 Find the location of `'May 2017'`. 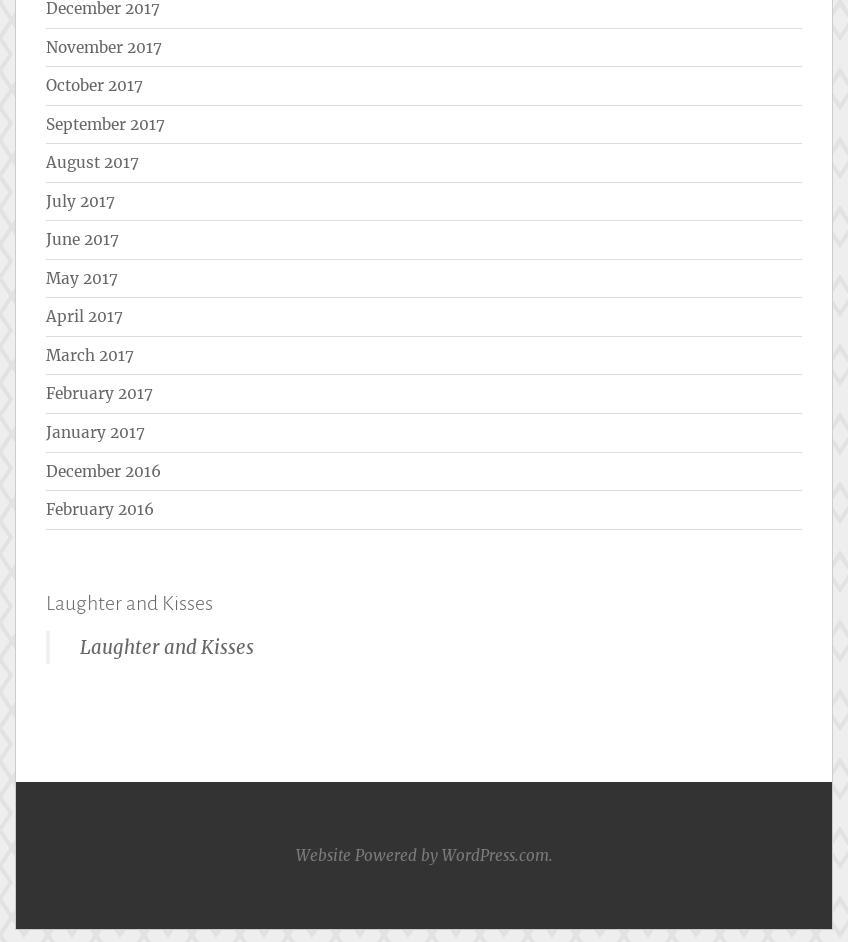

'May 2017' is located at coordinates (82, 276).